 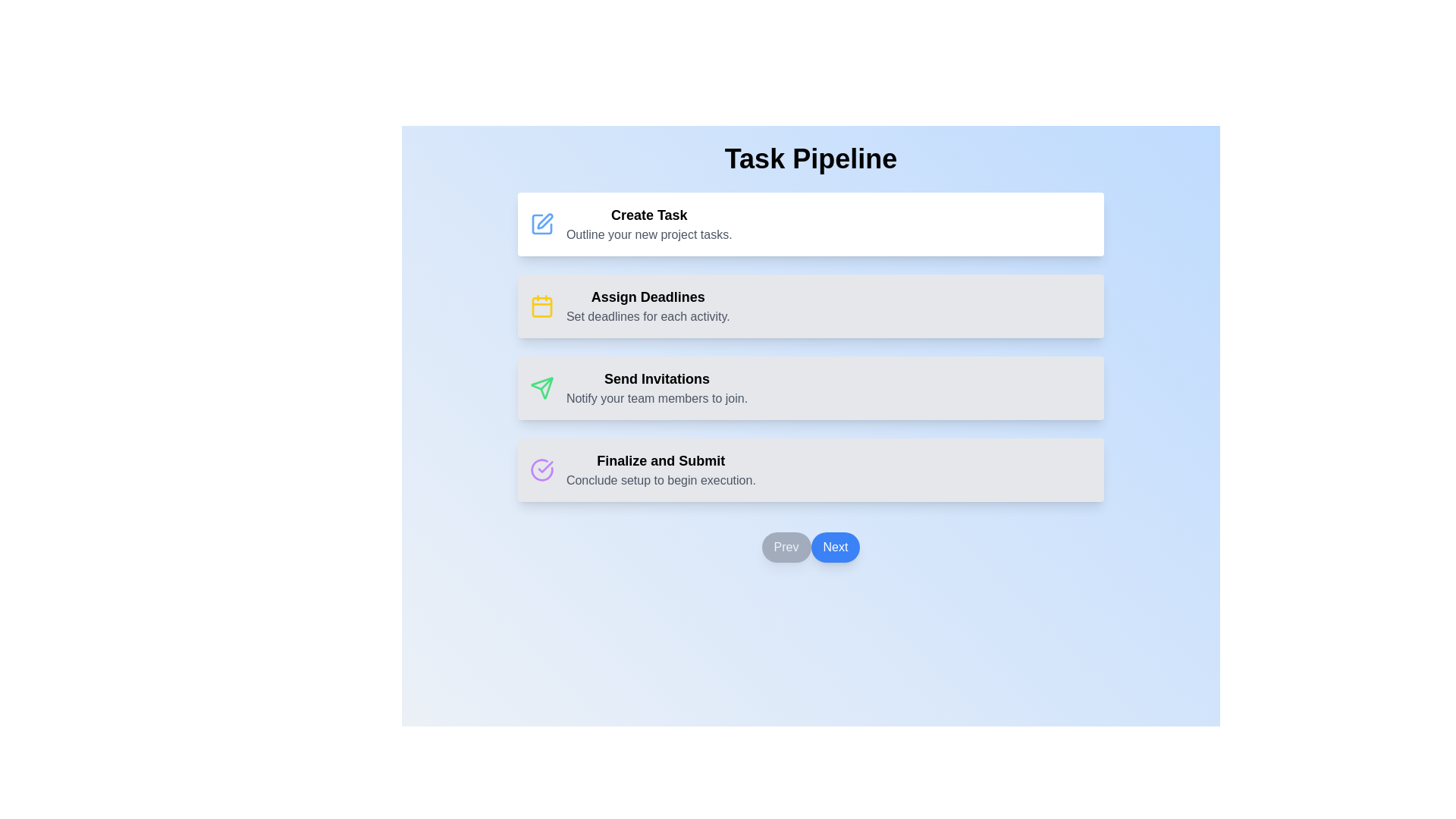 I want to click on the 'Finalize and Submit' icon located at the top-left section of the area for interaction, so click(x=541, y=469).